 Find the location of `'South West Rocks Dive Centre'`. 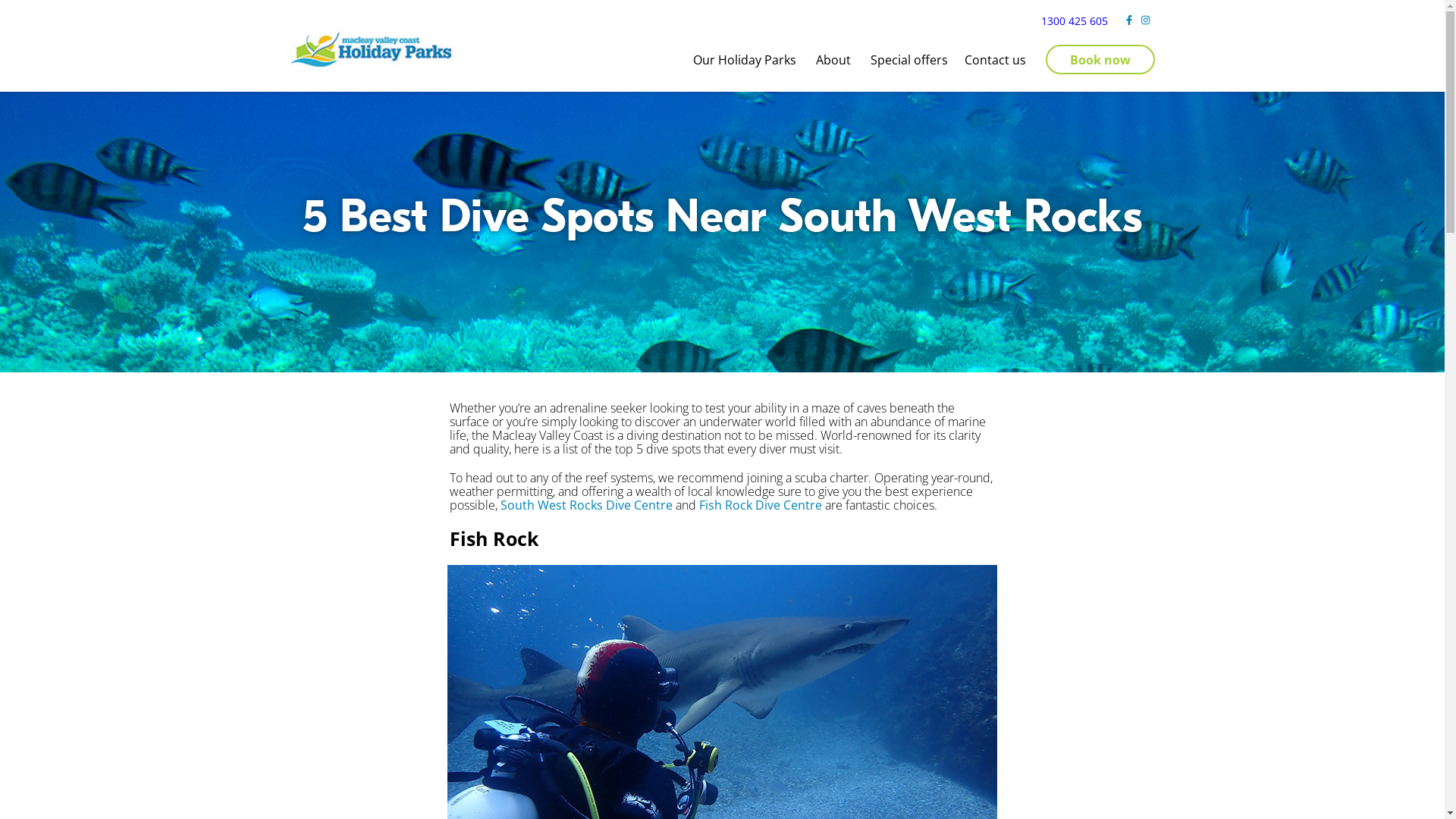

'South West Rocks Dive Centre' is located at coordinates (585, 505).